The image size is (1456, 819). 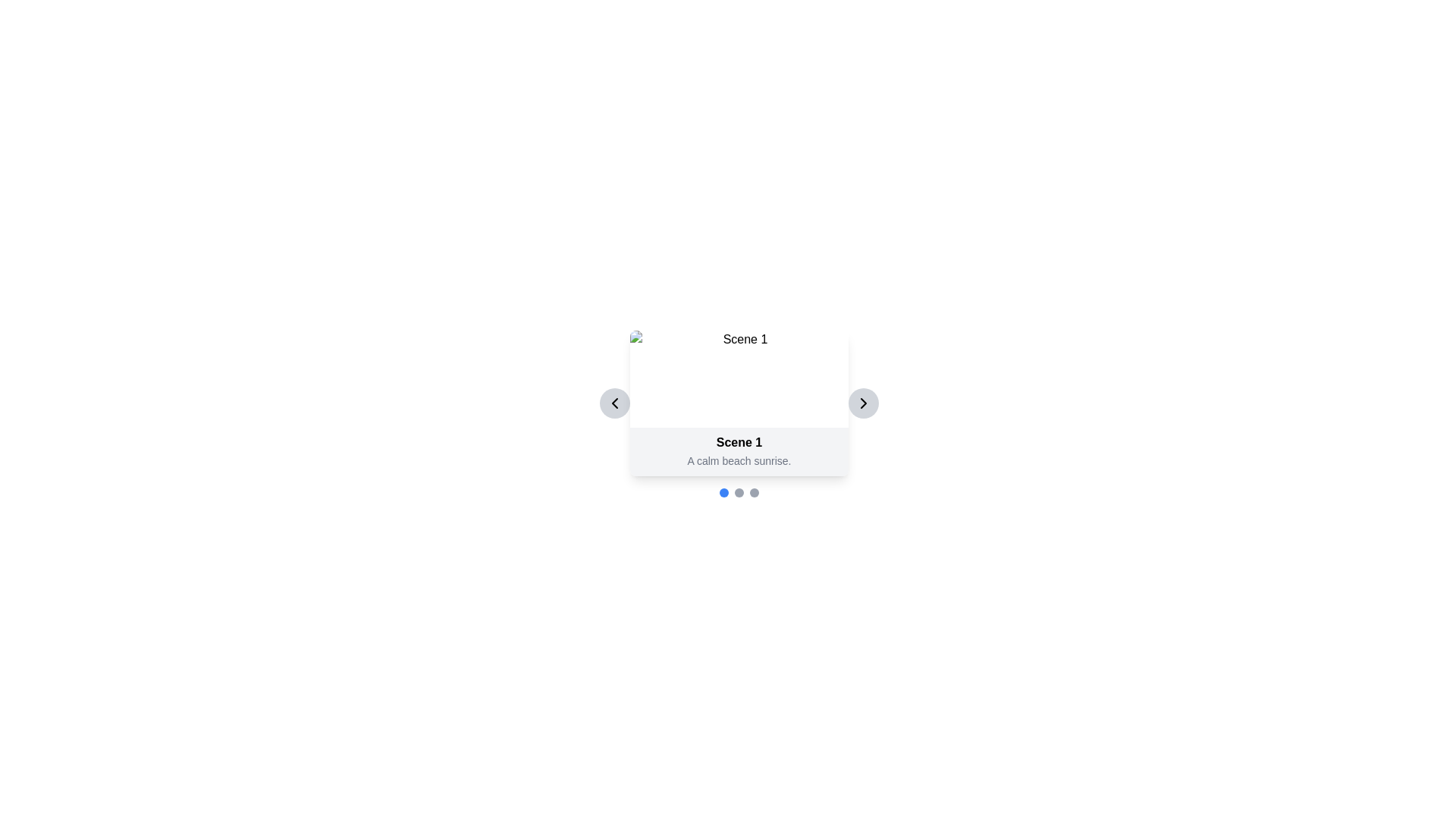 I want to click on the right-facing chevron icon on the button, so click(x=863, y=403).